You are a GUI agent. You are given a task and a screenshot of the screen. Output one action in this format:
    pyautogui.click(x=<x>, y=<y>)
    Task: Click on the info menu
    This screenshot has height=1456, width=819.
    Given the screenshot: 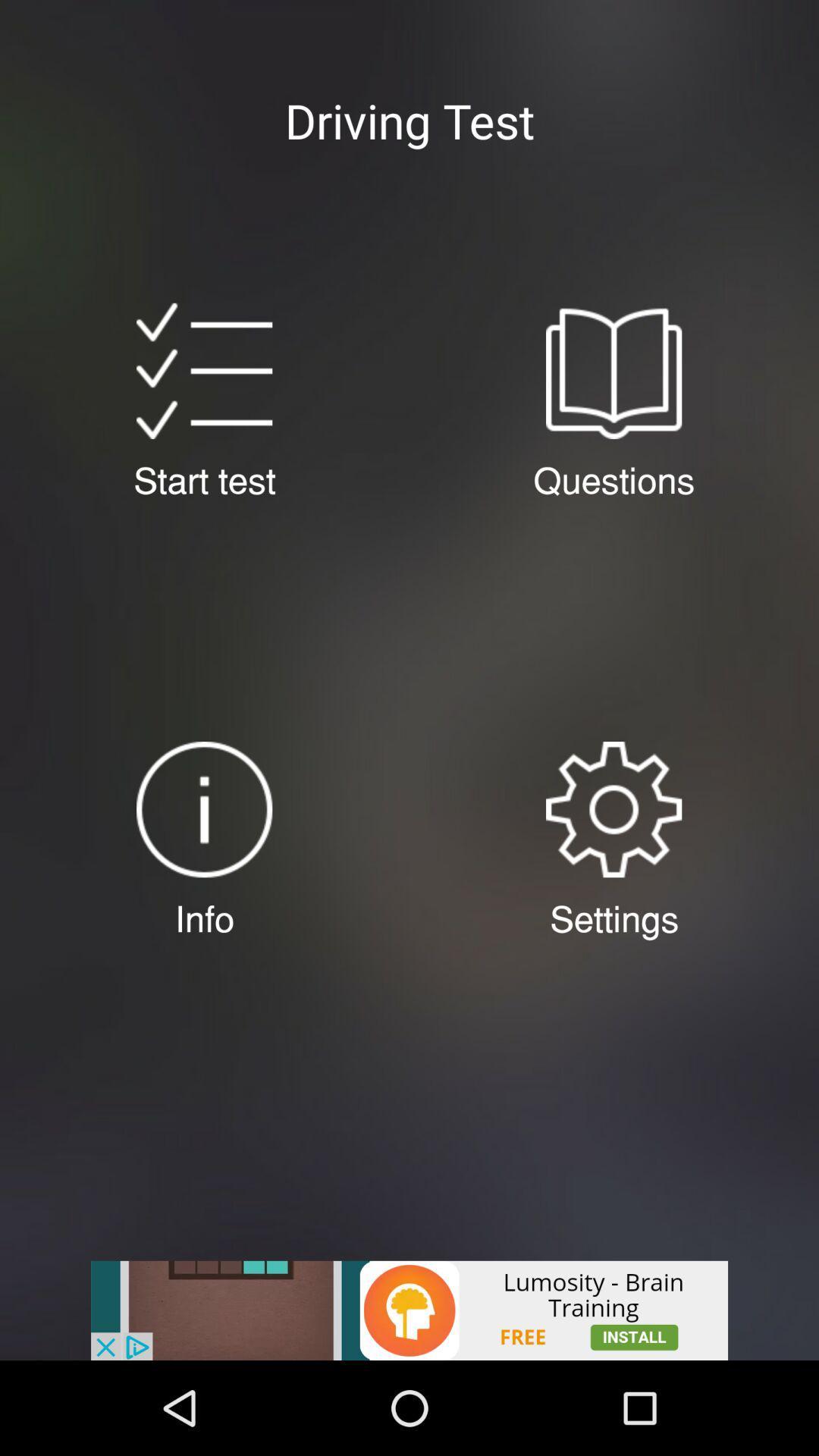 What is the action you would take?
    pyautogui.click(x=203, y=808)
    